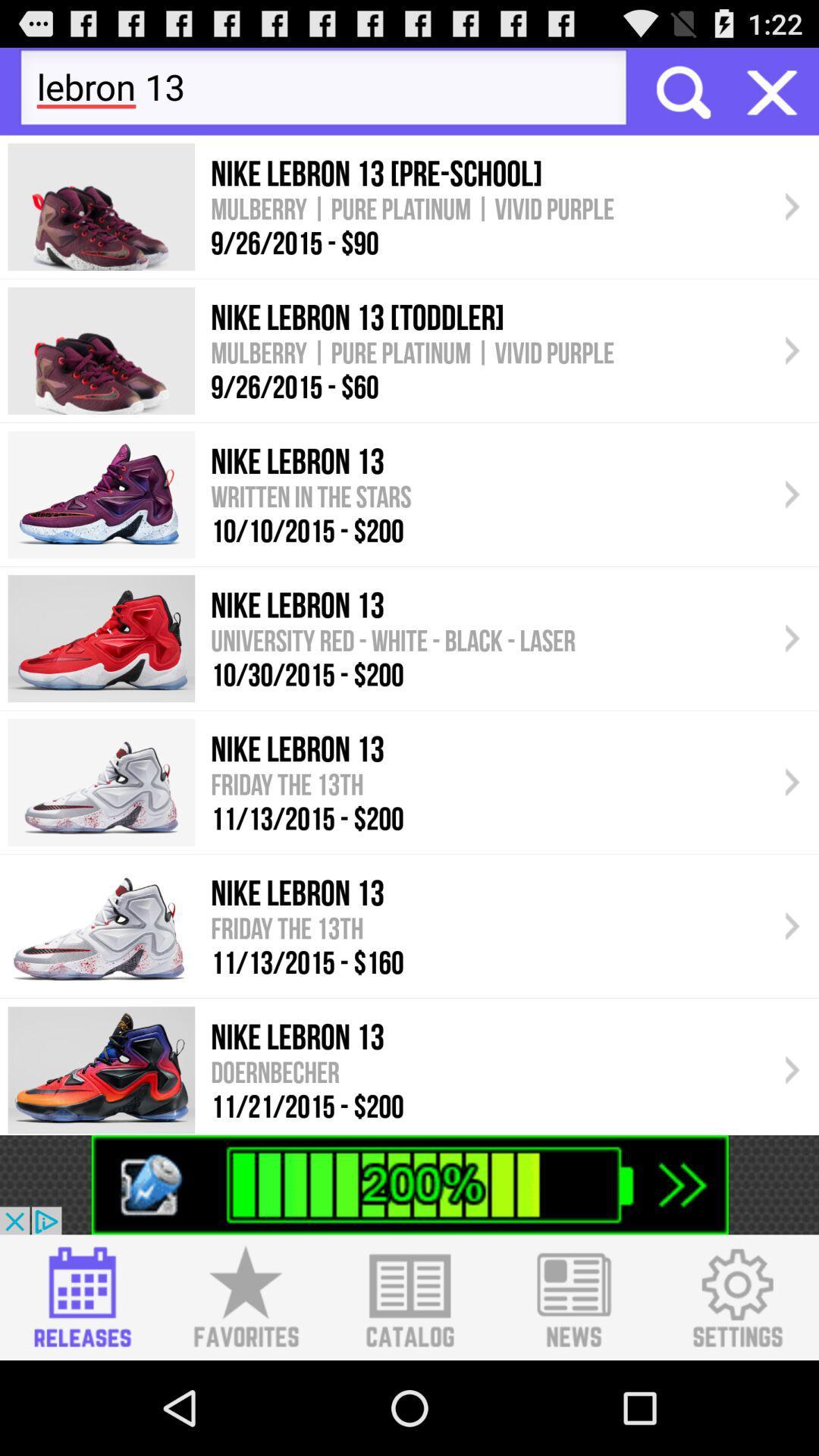 The width and height of the screenshot is (819, 1456). Describe the element at coordinates (772, 90) in the screenshot. I see `close/ exit` at that location.